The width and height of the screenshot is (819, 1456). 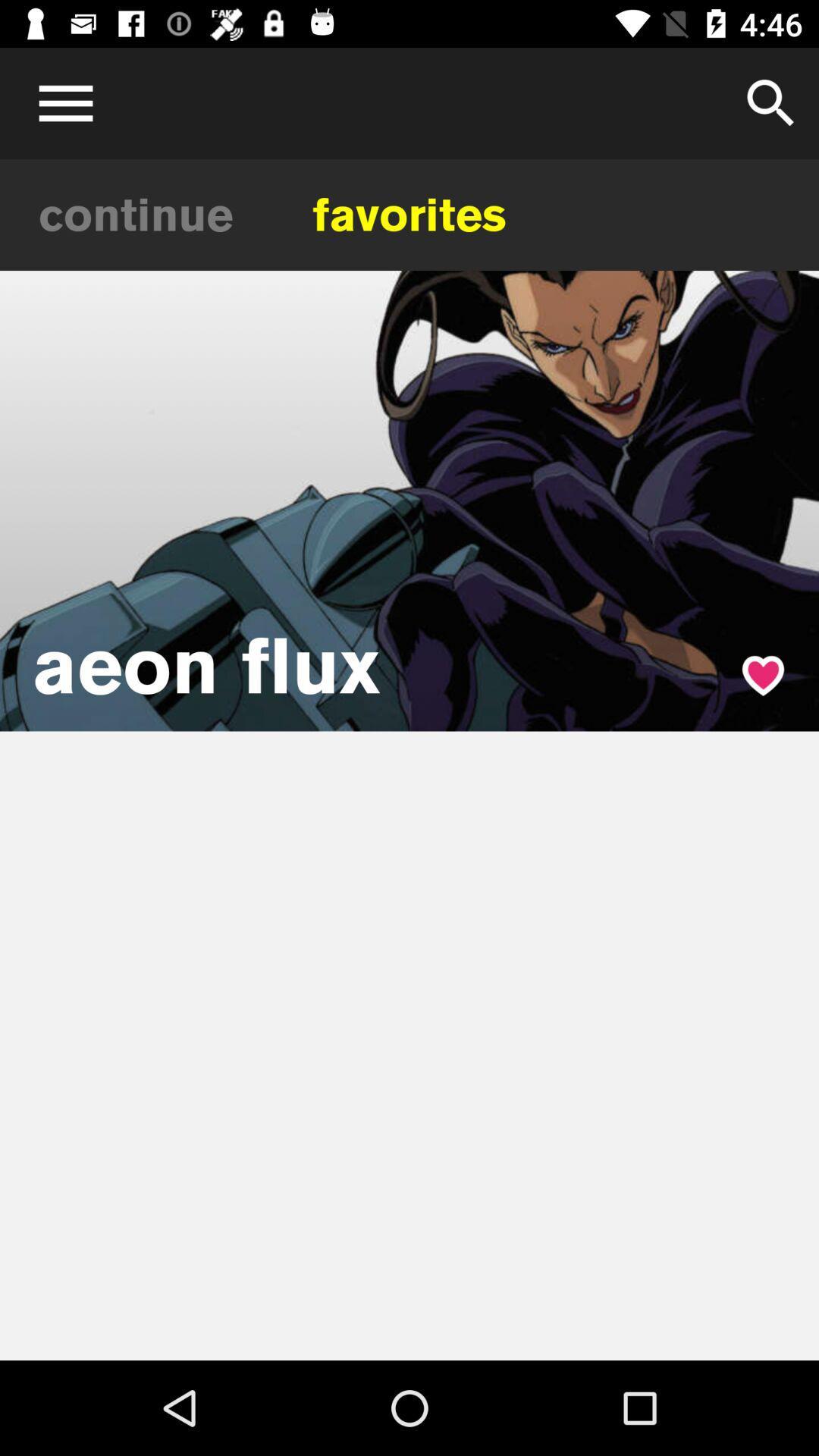 I want to click on menu icone, so click(x=60, y=102).